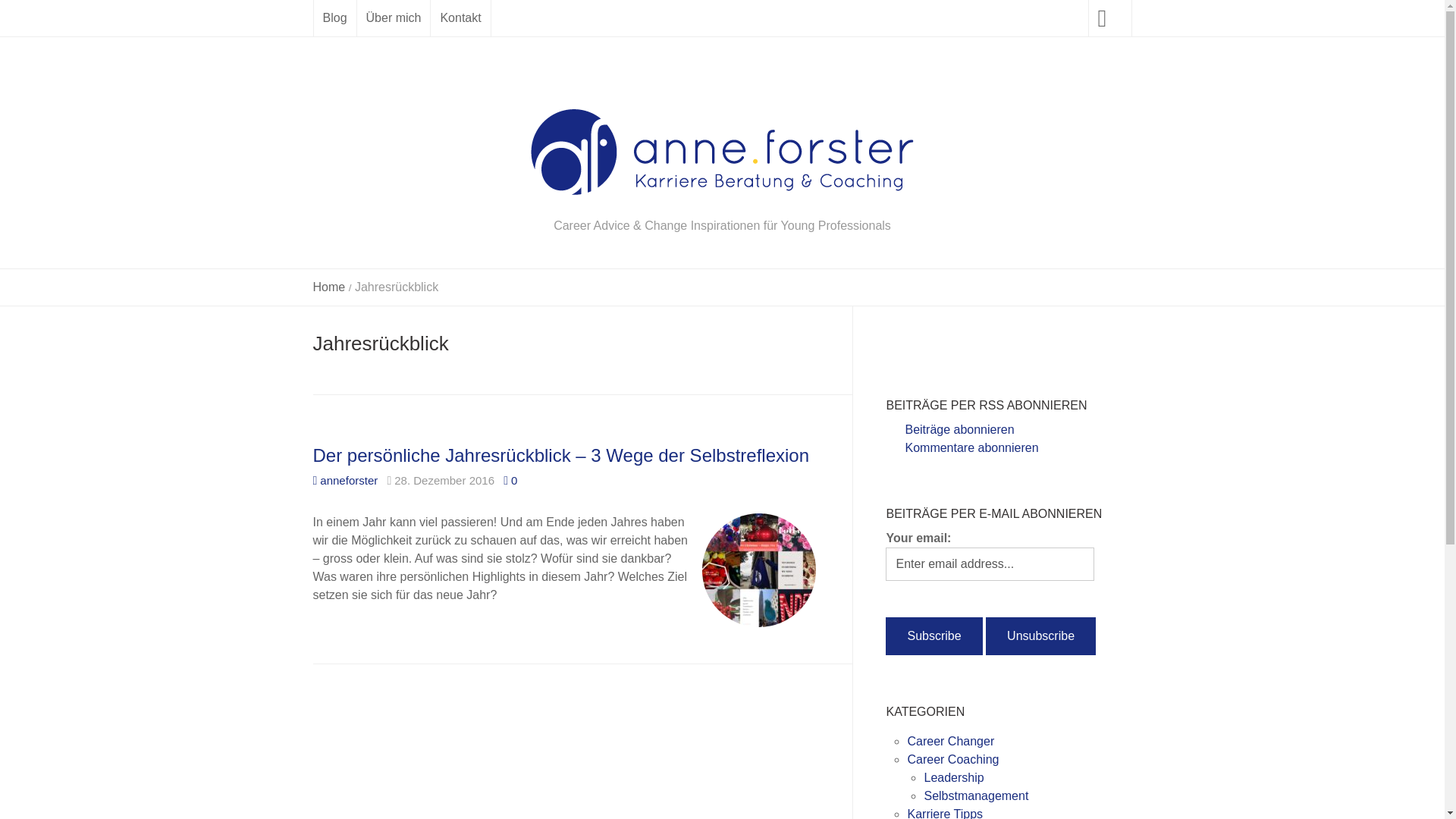 The width and height of the screenshot is (1456, 819). I want to click on 'Career Changer', so click(949, 740).